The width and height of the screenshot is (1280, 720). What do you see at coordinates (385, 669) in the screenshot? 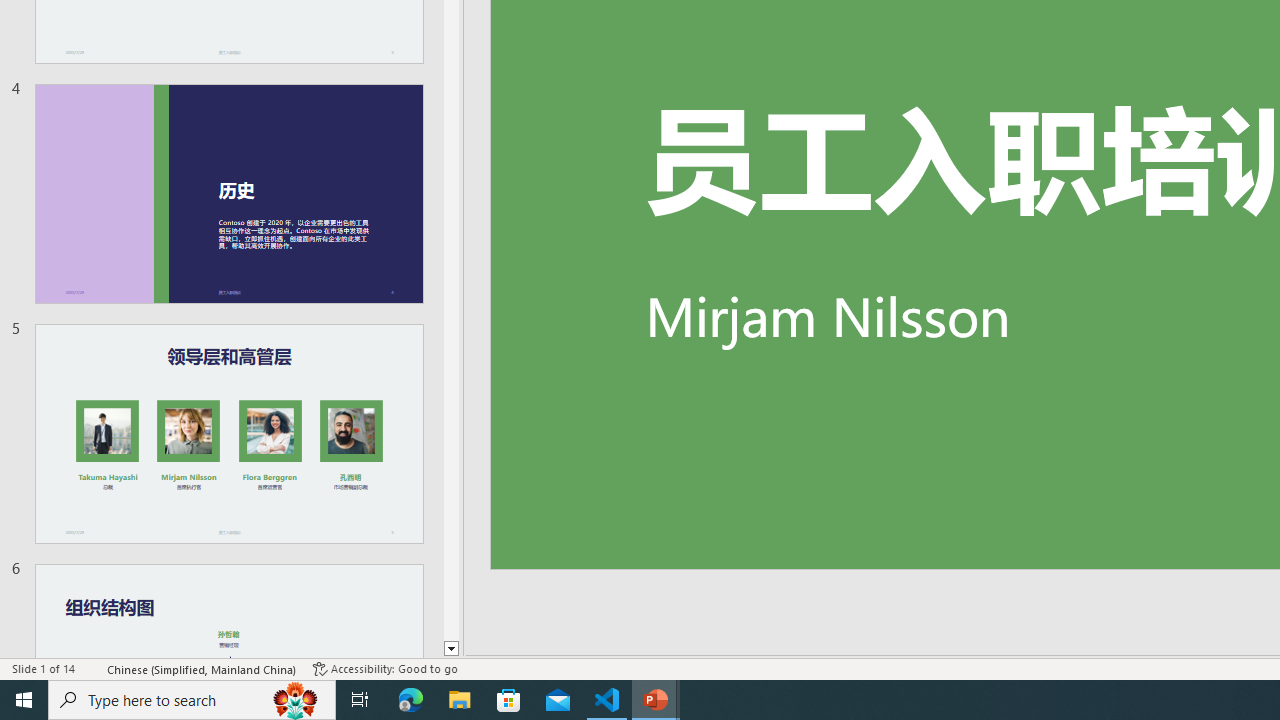
I see `'Accessibility Checker Accessibility: Good to go'` at bounding box center [385, 669].